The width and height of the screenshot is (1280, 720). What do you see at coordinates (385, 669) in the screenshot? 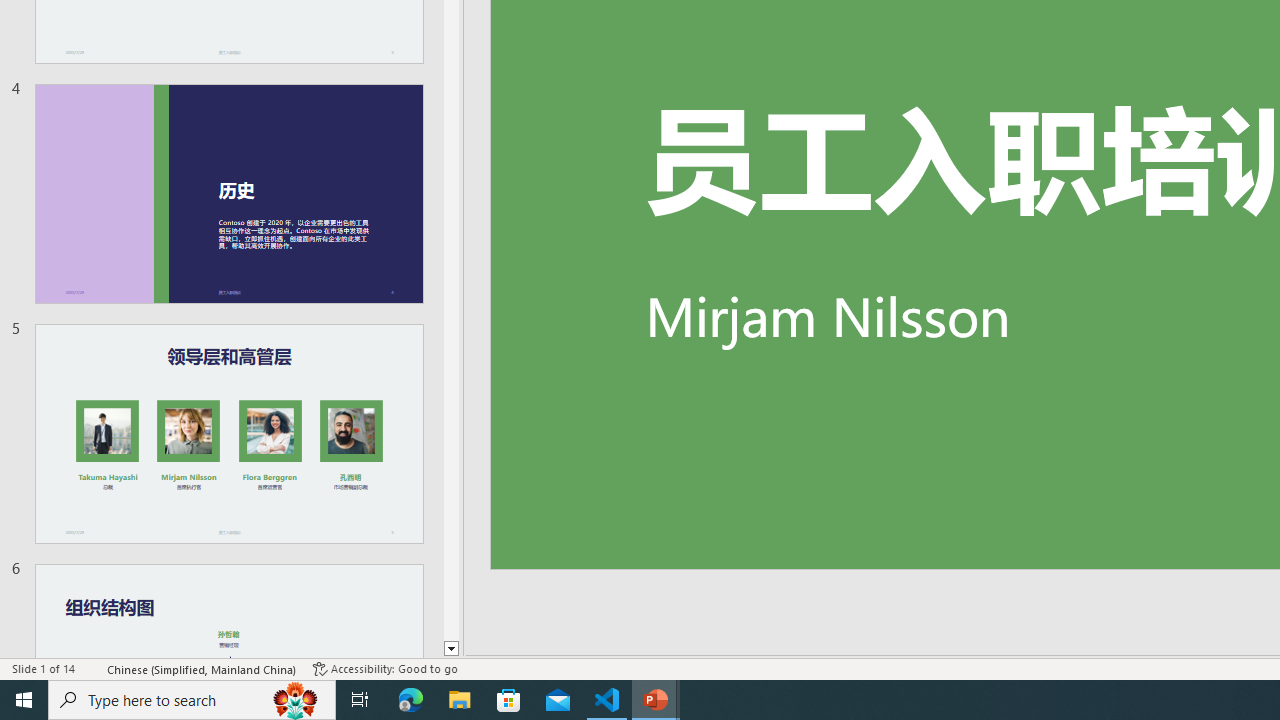
I see `'Accessibility Checker Accessibility: Good to go'` at bounding box center [385, 669].